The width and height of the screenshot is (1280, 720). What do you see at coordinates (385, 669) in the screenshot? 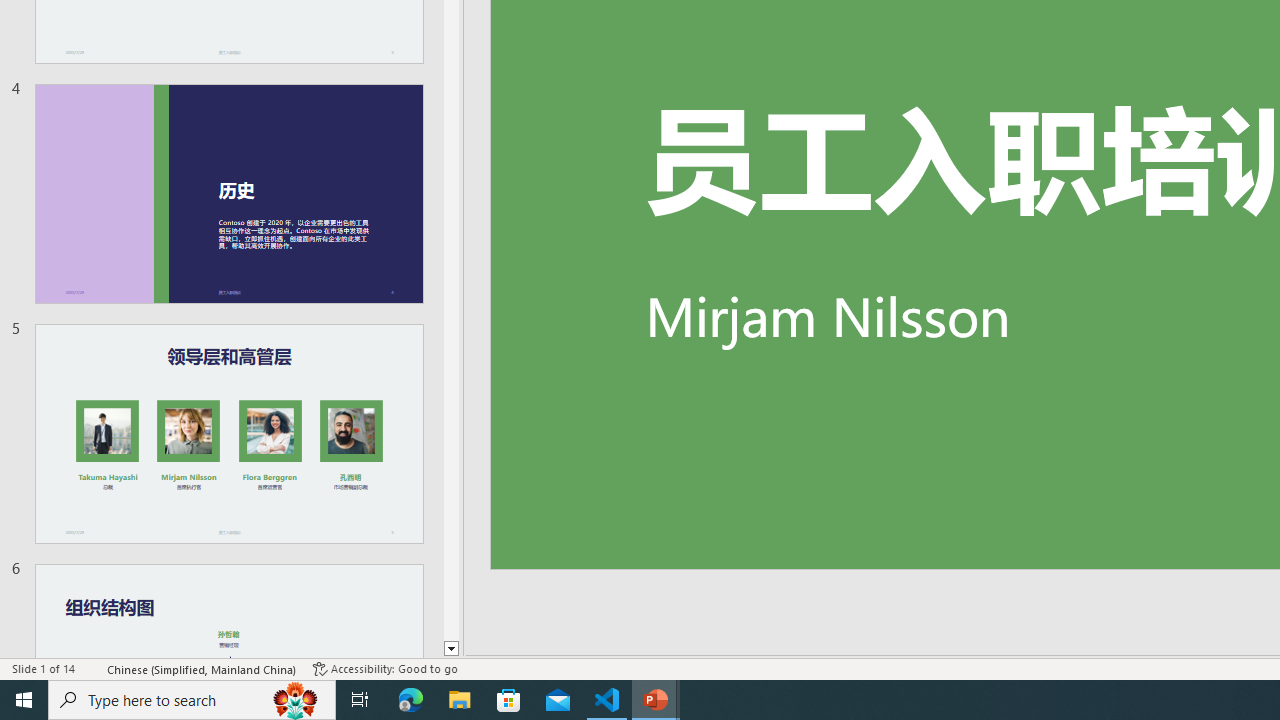
I see `'Accessibility Checker Accessibility: Good to go'` at bounding box center [385, 669].